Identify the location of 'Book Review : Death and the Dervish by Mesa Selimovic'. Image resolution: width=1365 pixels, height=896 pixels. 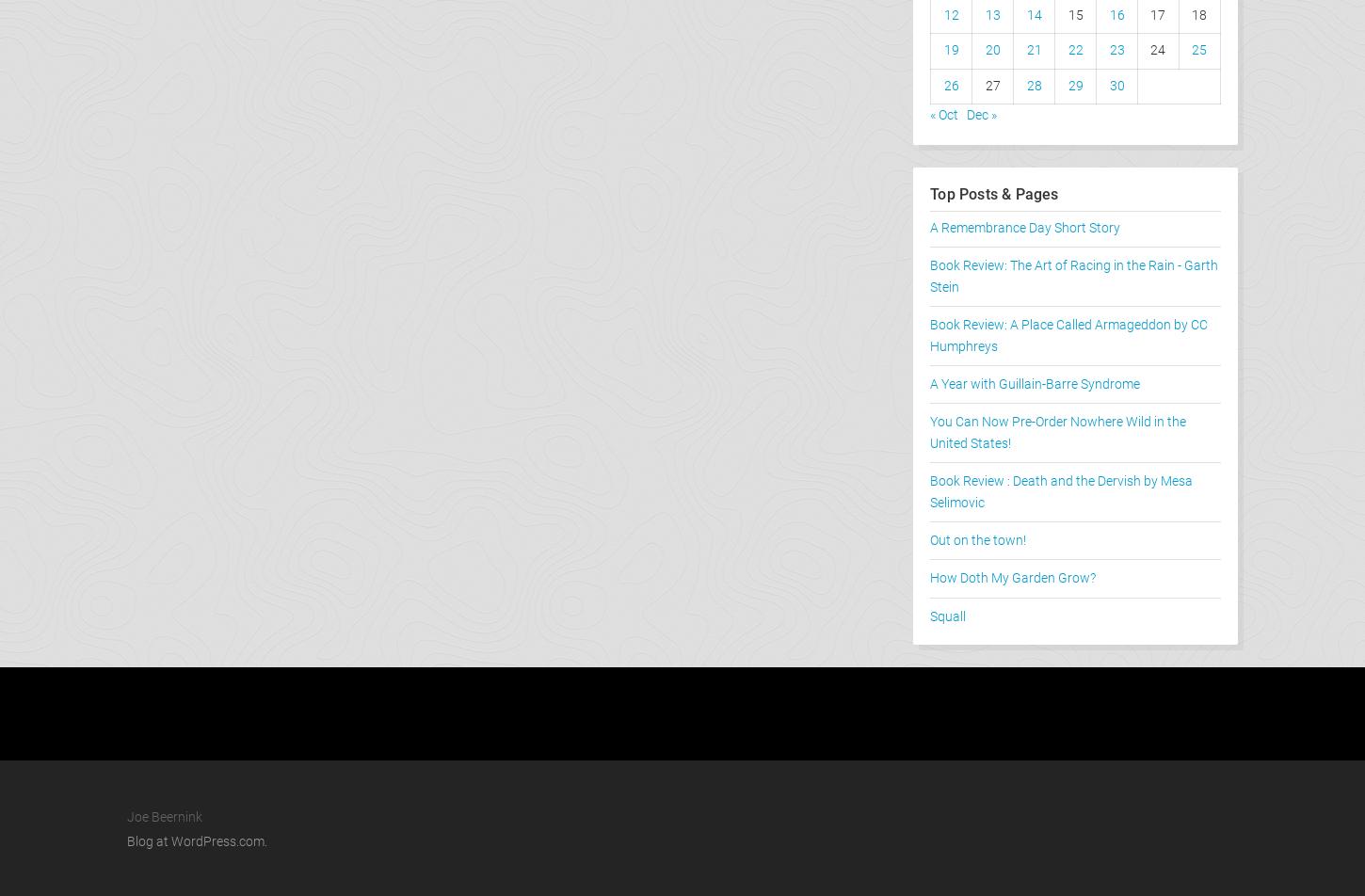
(930, 492).